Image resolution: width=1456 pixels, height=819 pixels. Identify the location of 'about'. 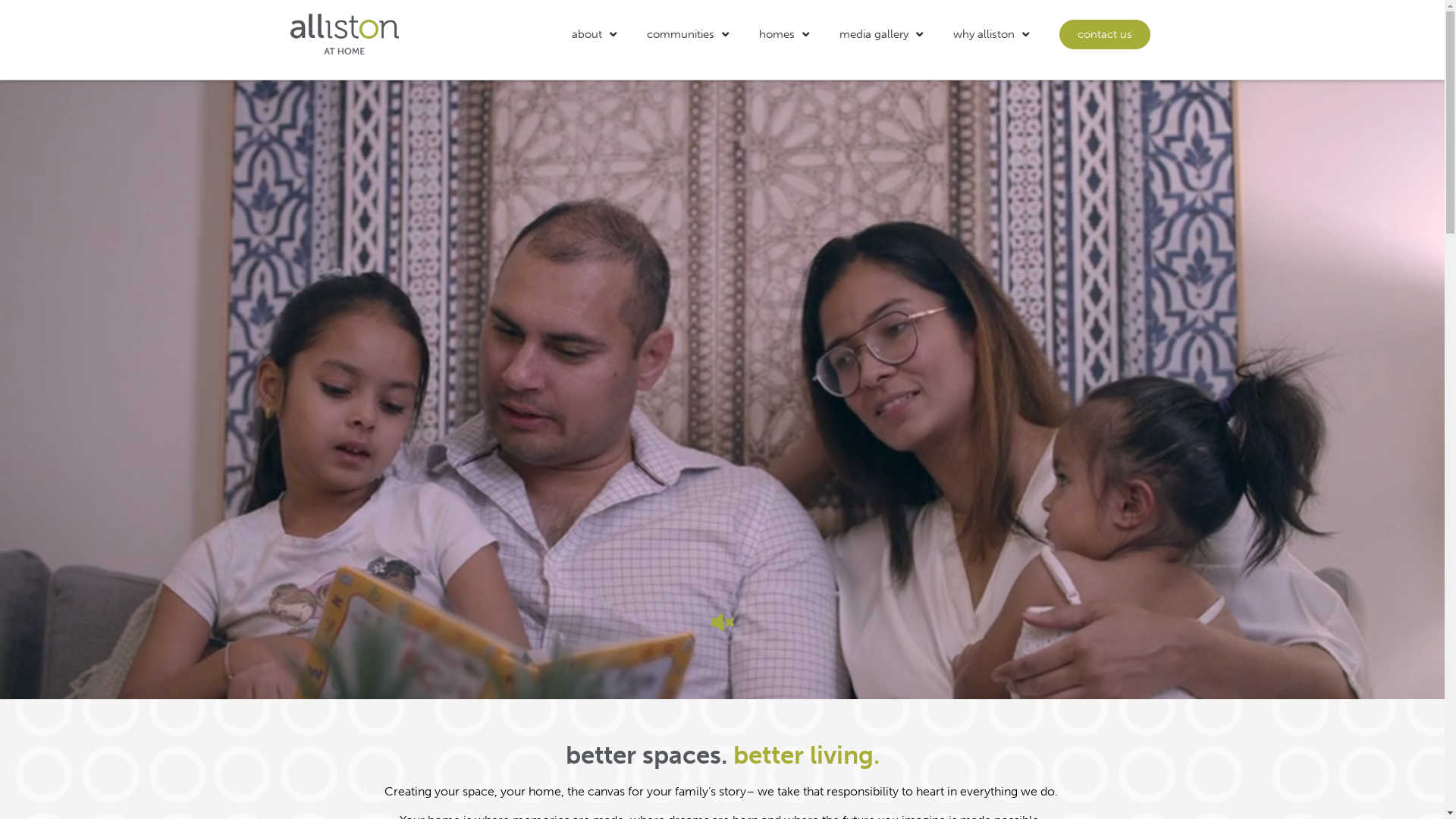
(593, 34).